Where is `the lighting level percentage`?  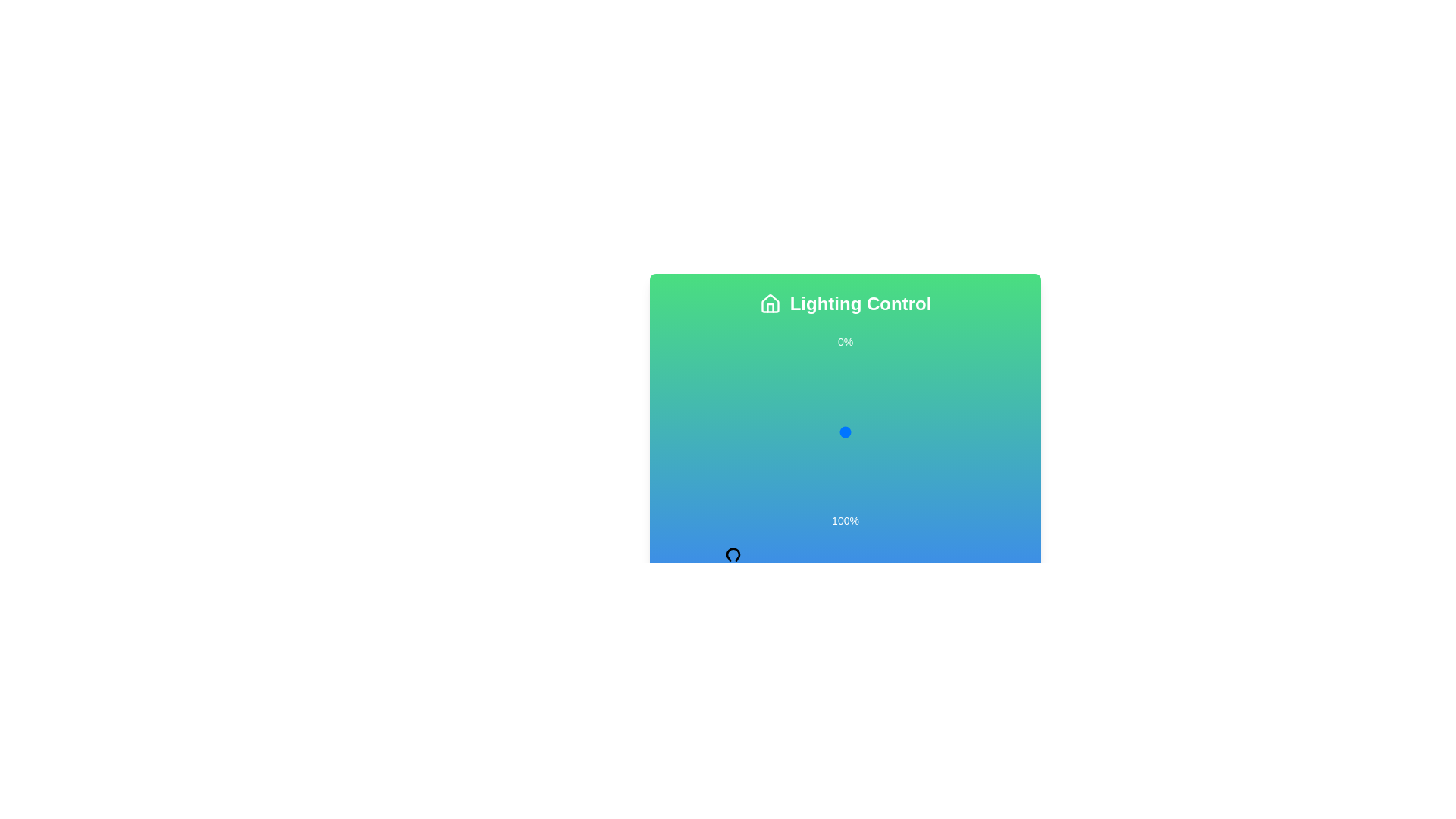
the lighting level percentage is located at coordinates (894, 431).